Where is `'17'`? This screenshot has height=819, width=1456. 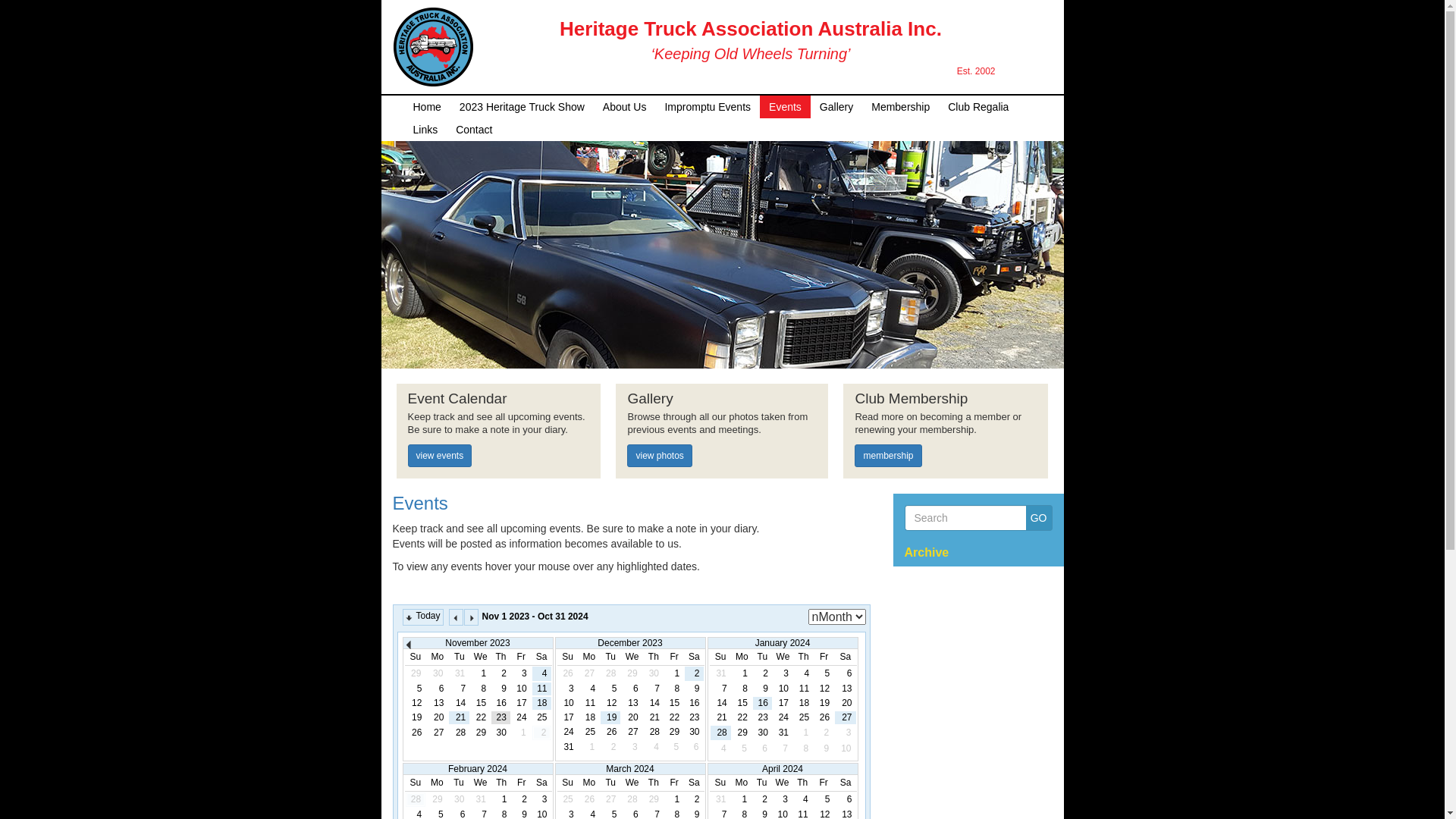
'17' is located at coordinates (566, 717).